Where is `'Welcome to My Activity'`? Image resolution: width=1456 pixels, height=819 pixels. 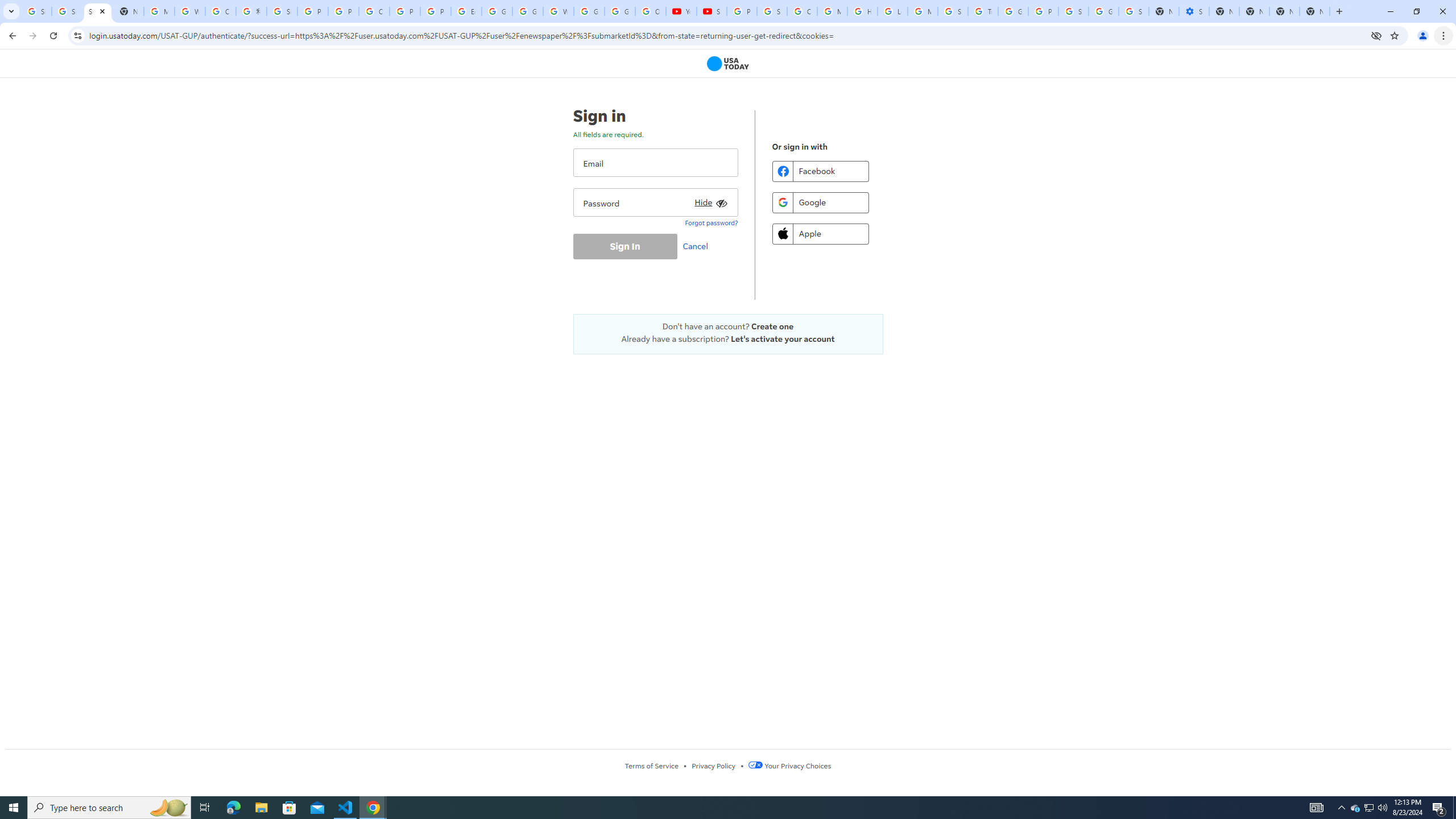
'Welcome to My Activity' is located at coordinates (559, 11).